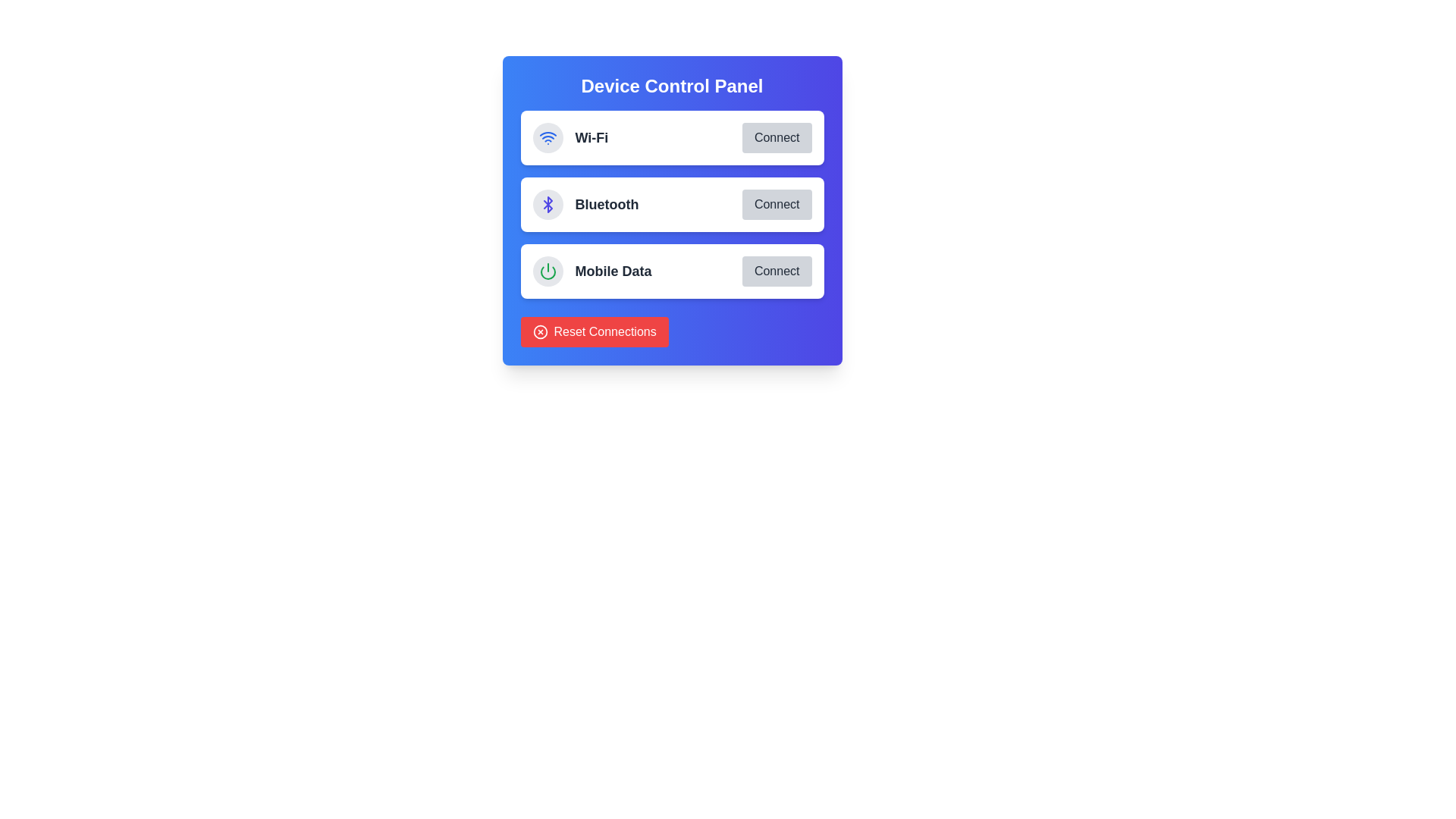  Describe the element at coordinates (591, 271) in the screenshot. I see `the Text Label with Icon indicating 'Mobile Data' located in the third row of the 'Device Control Panel', positioned between 'Bluetooth' and the 'Connect' button` at that location.